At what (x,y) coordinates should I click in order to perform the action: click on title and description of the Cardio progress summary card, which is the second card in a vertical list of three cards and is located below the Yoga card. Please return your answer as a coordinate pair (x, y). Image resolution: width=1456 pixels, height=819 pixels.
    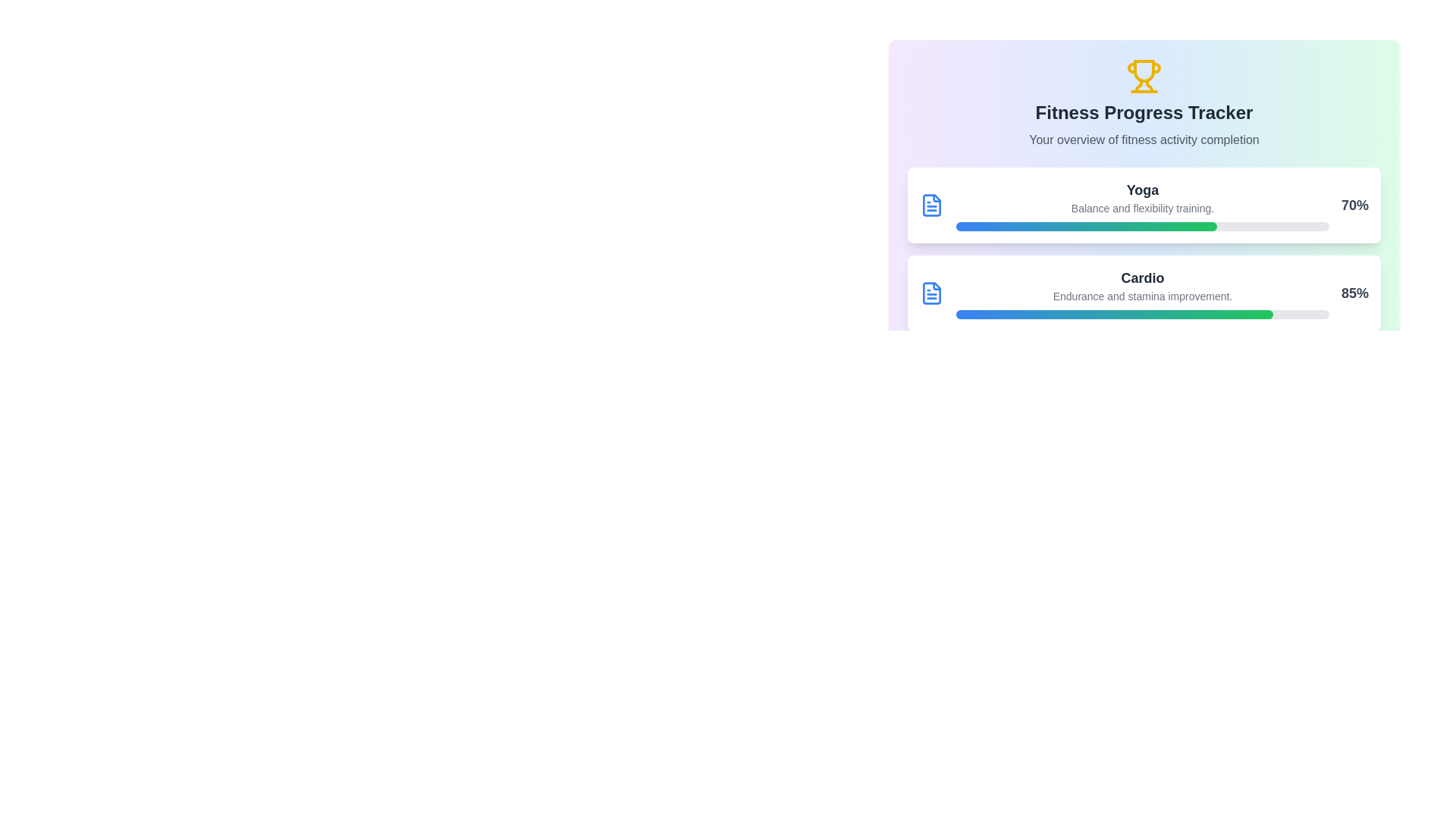
    Looking at the image, I should click on (1144, 293).